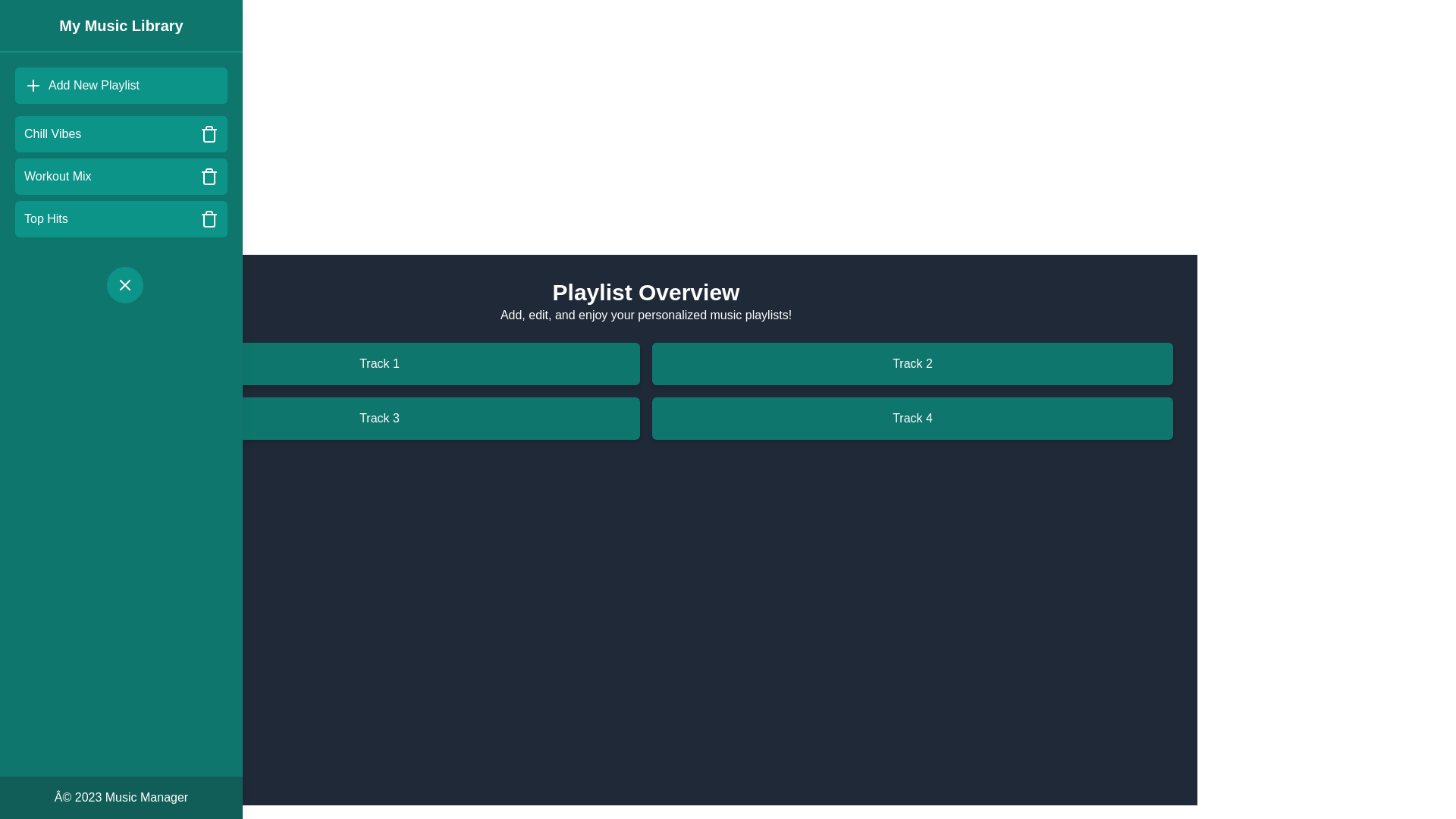  Describe the element at coordinates (208, 133) in the screenshot. I see `the Delete icon located to the far right of the 'Chill Vibes' playlist` at that location.